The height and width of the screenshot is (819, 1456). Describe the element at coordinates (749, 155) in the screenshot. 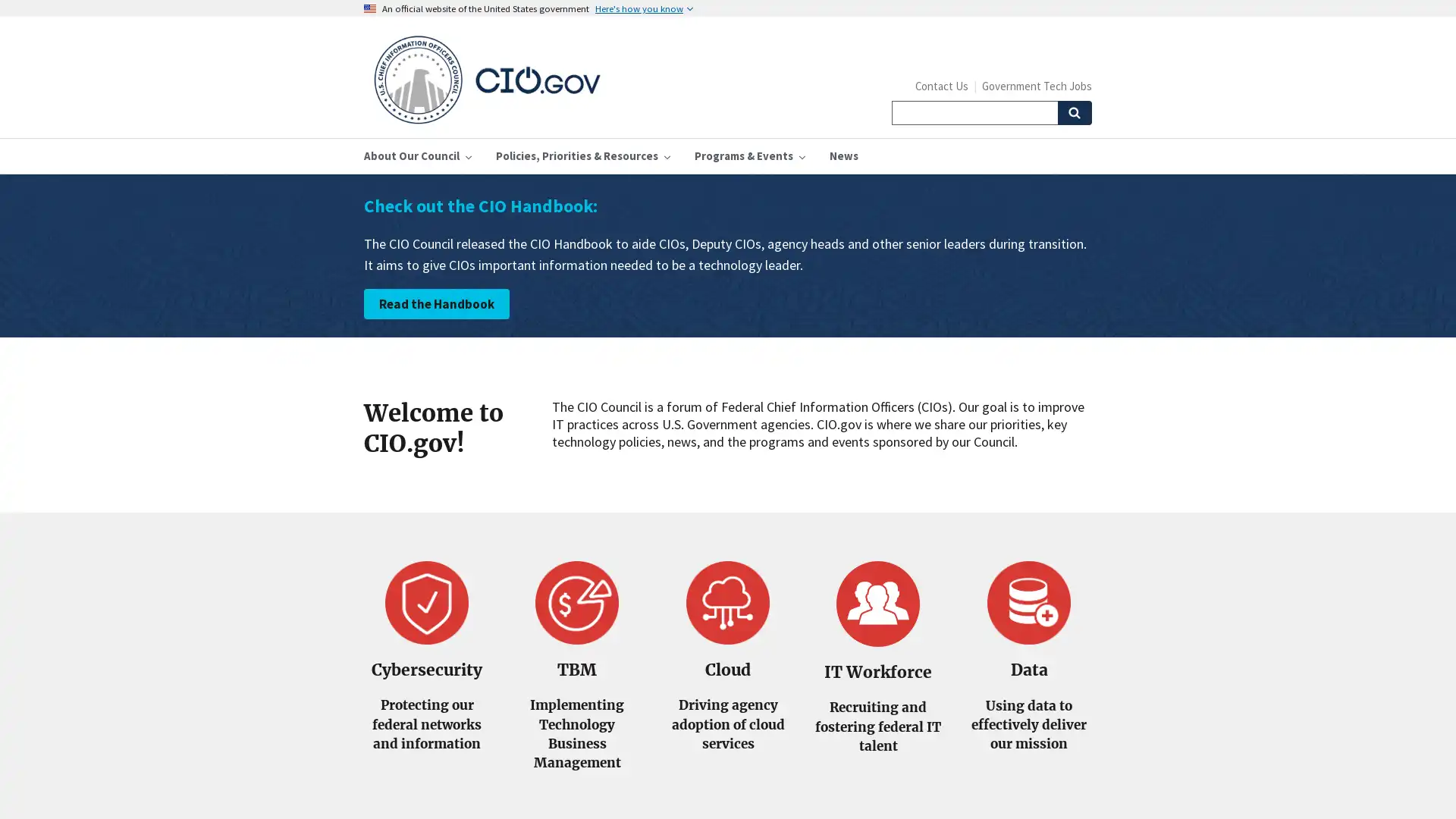

I see `Programs & Events` at that location.